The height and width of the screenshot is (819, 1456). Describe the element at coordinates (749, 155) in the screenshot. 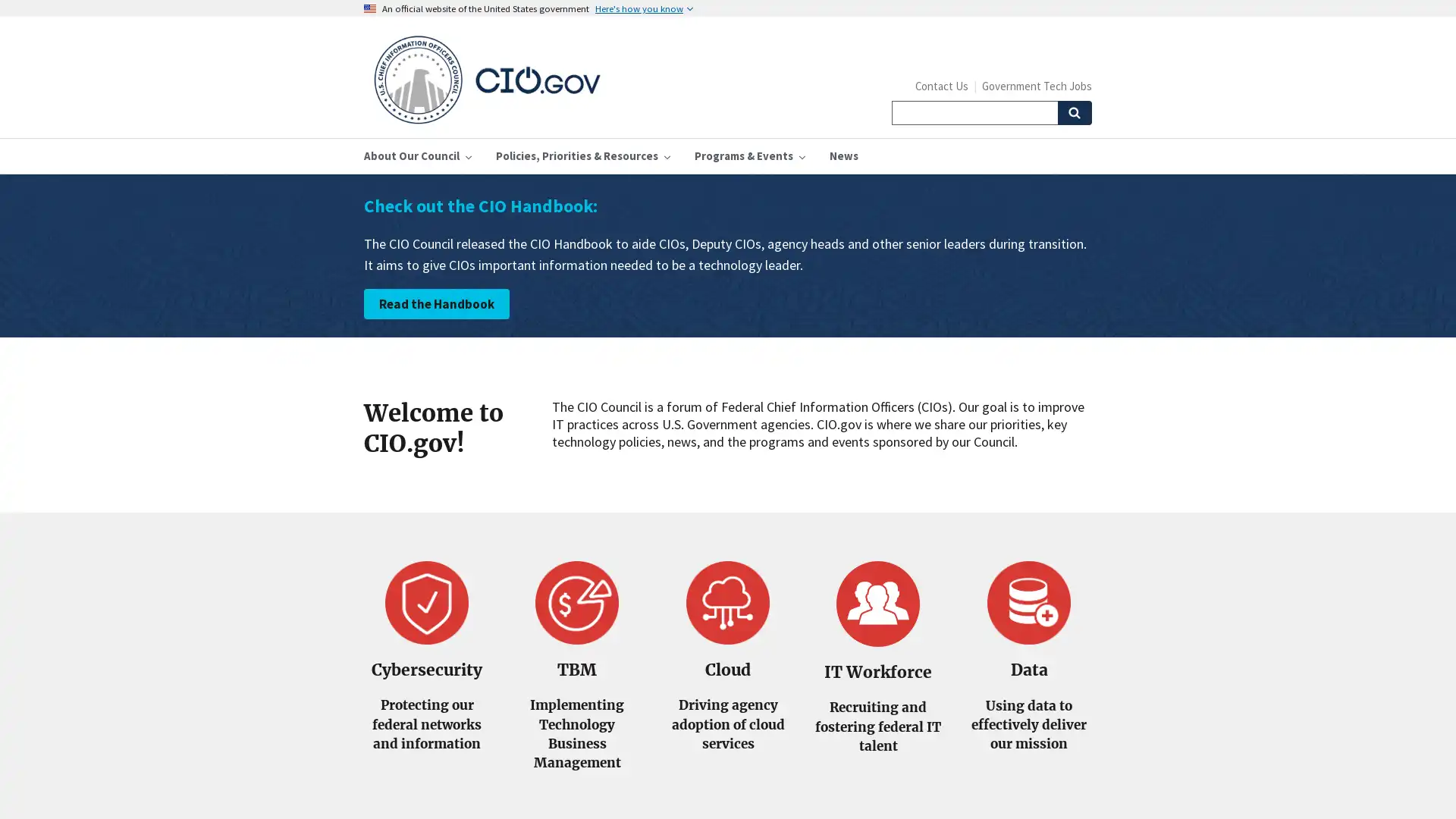

I see `Programs & Events` at that location.